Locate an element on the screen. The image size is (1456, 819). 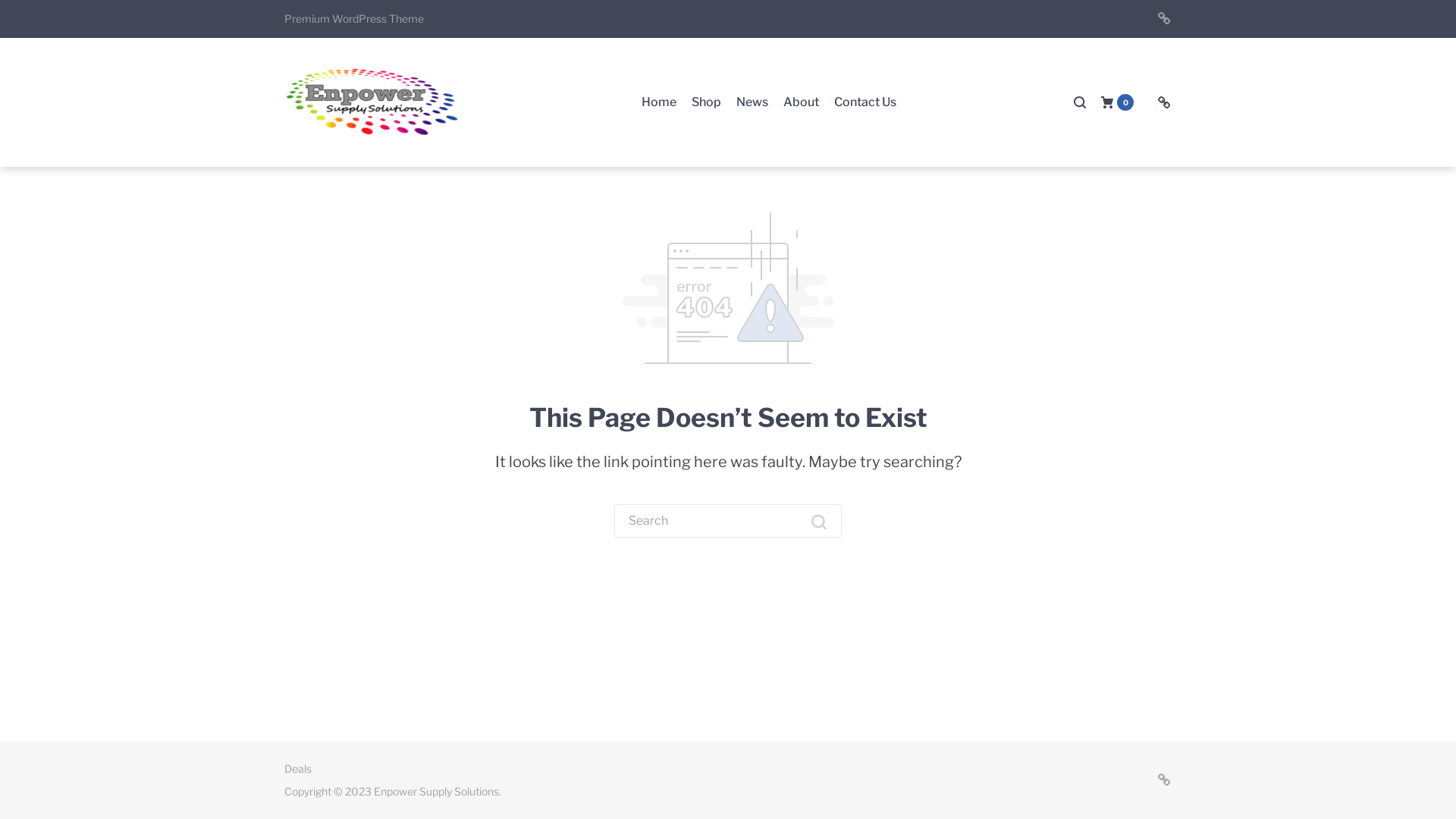
'0' is located at coordinates (1117, 102).